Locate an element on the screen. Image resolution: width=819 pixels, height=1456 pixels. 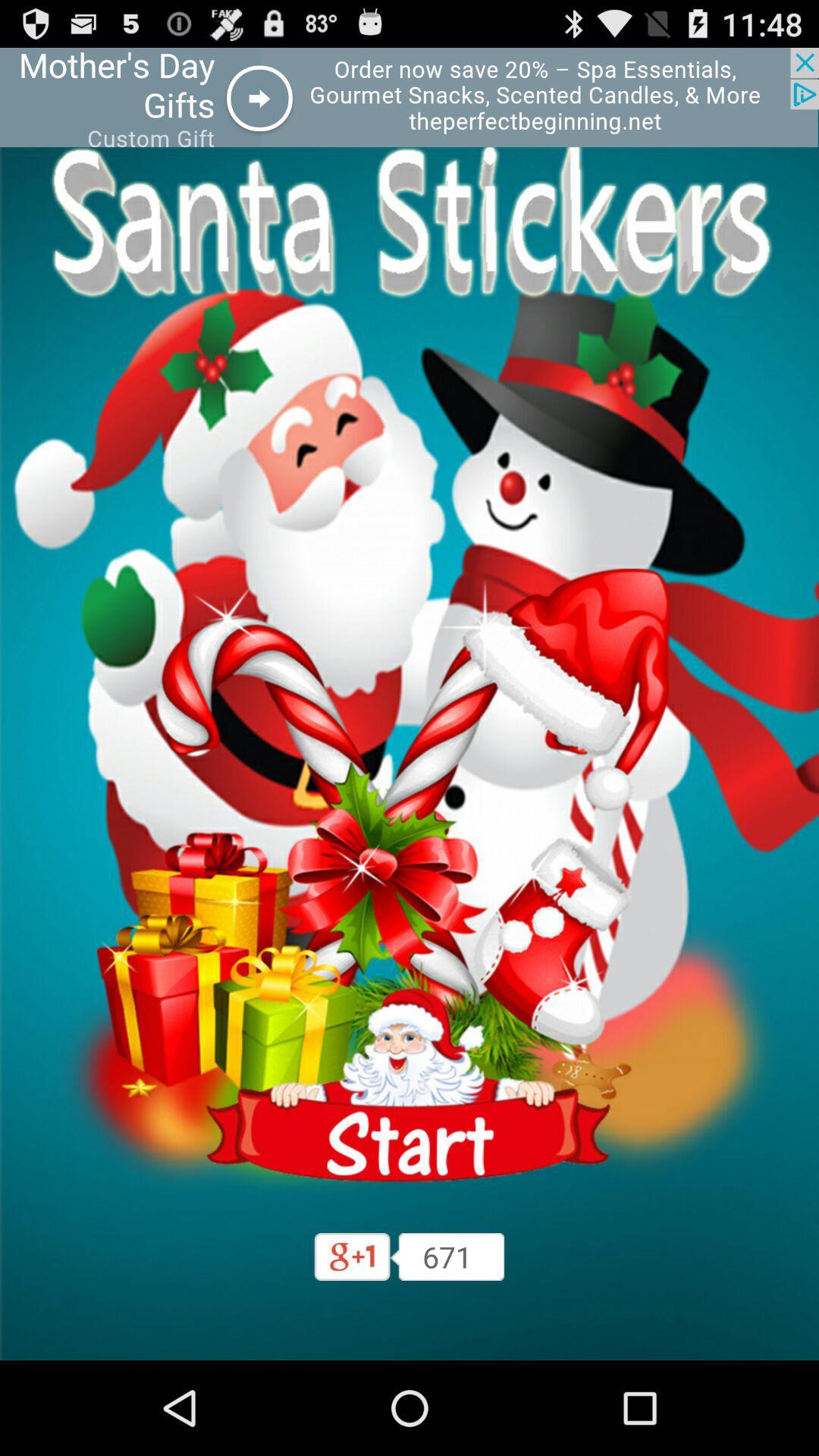
advertisement area is located at coordinates (409, 96).